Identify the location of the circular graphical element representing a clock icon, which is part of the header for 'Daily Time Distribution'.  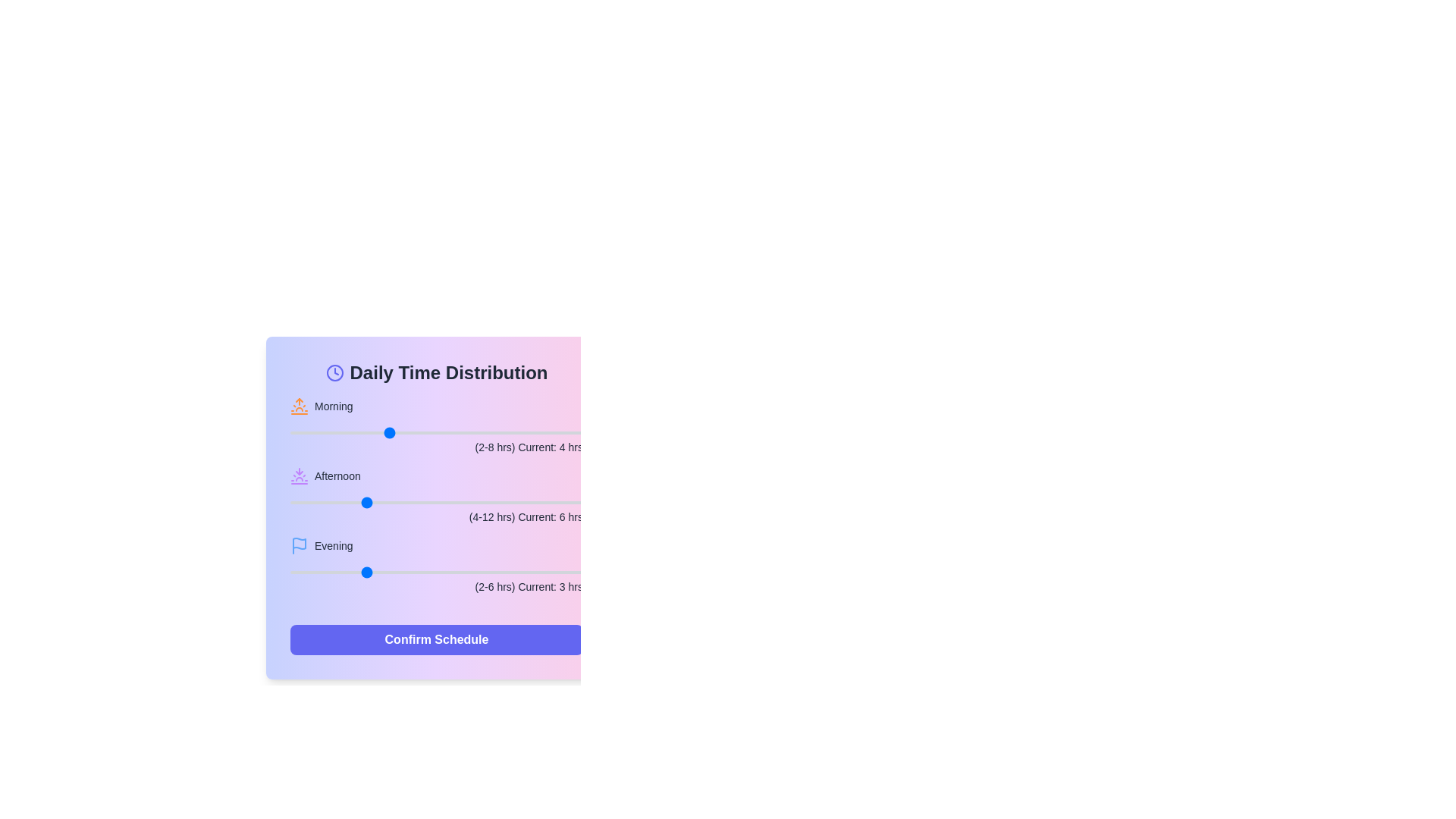
(334, 373).